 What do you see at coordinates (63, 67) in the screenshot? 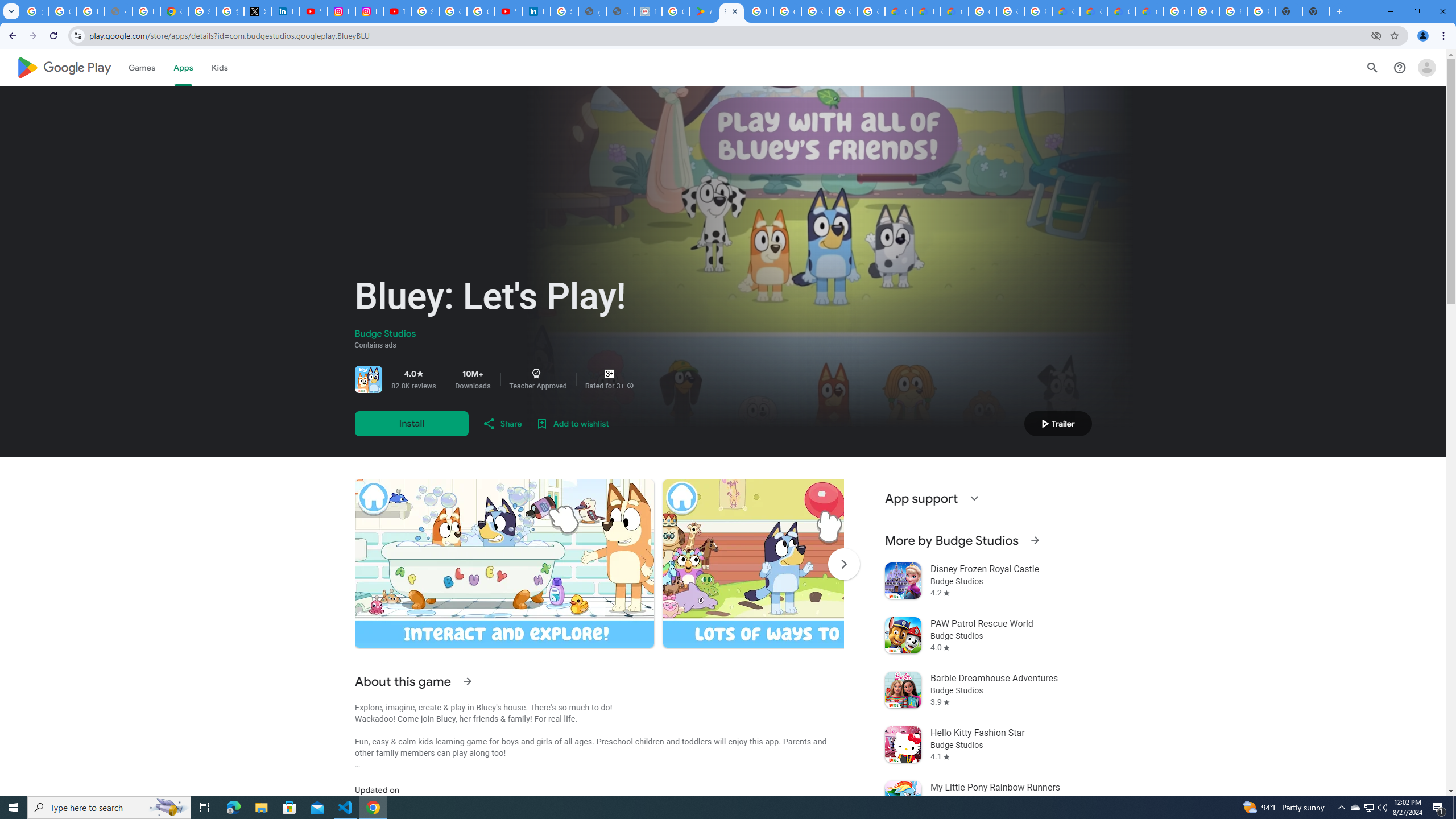
I see `'Google Play logo'` at bounding box center [63, 67].